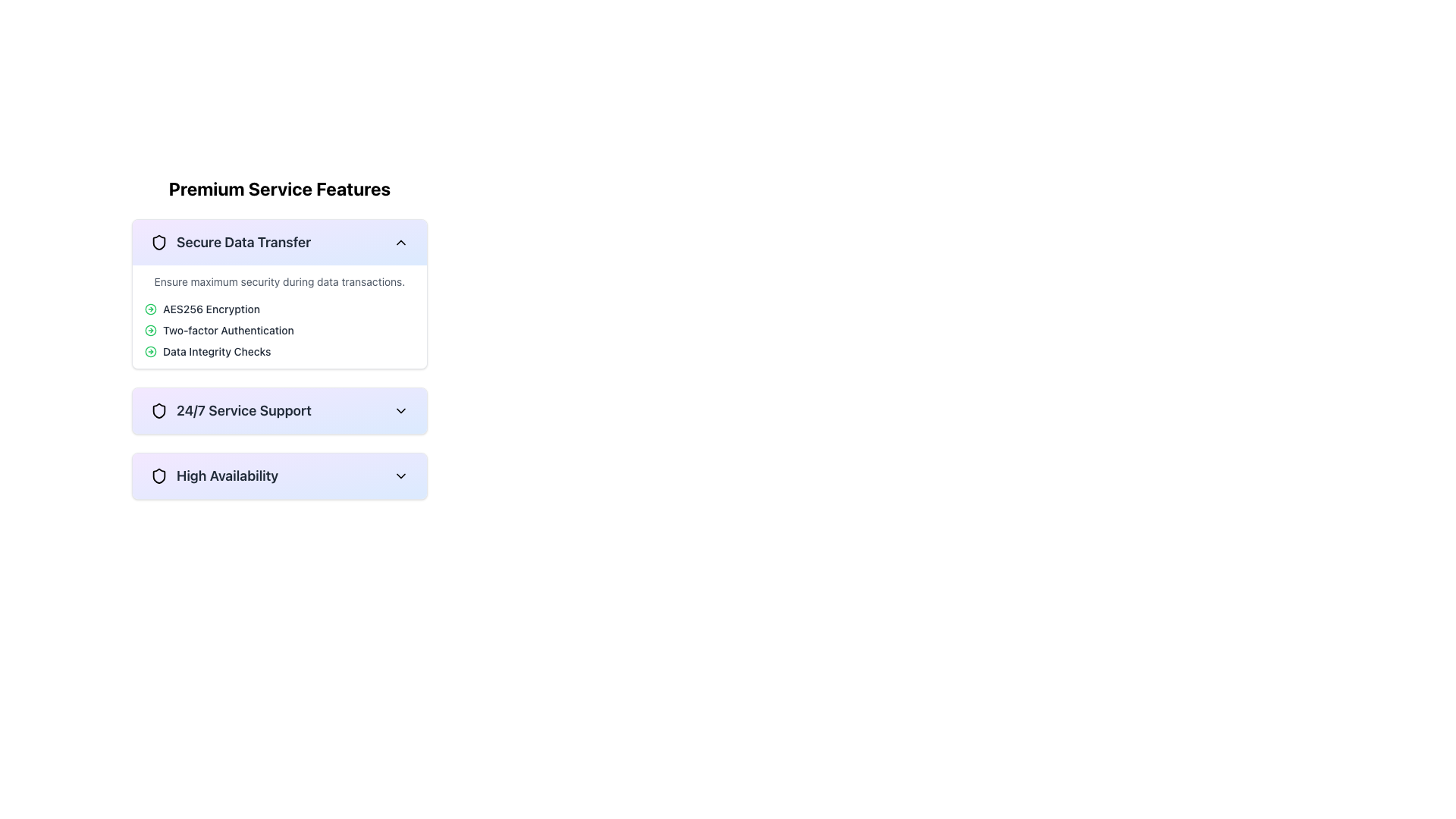  What do you see at coordinates (159, 411) in the screenshot?
I see `the shield icon representing security, which is located to the left of the 'High Availability' label` at bounding box center [159, 411].